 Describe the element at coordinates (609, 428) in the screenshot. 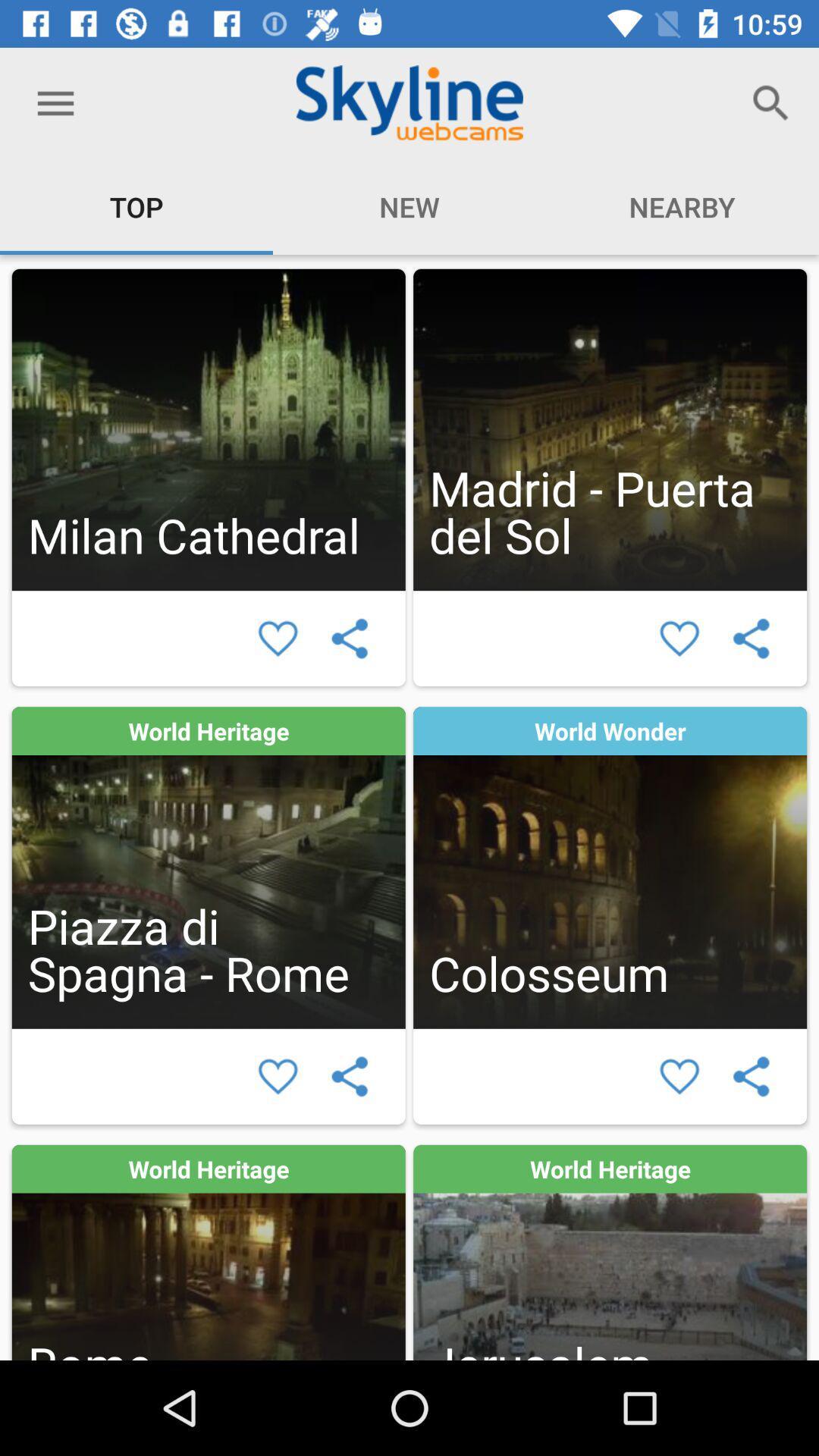

I see `image` at that location.